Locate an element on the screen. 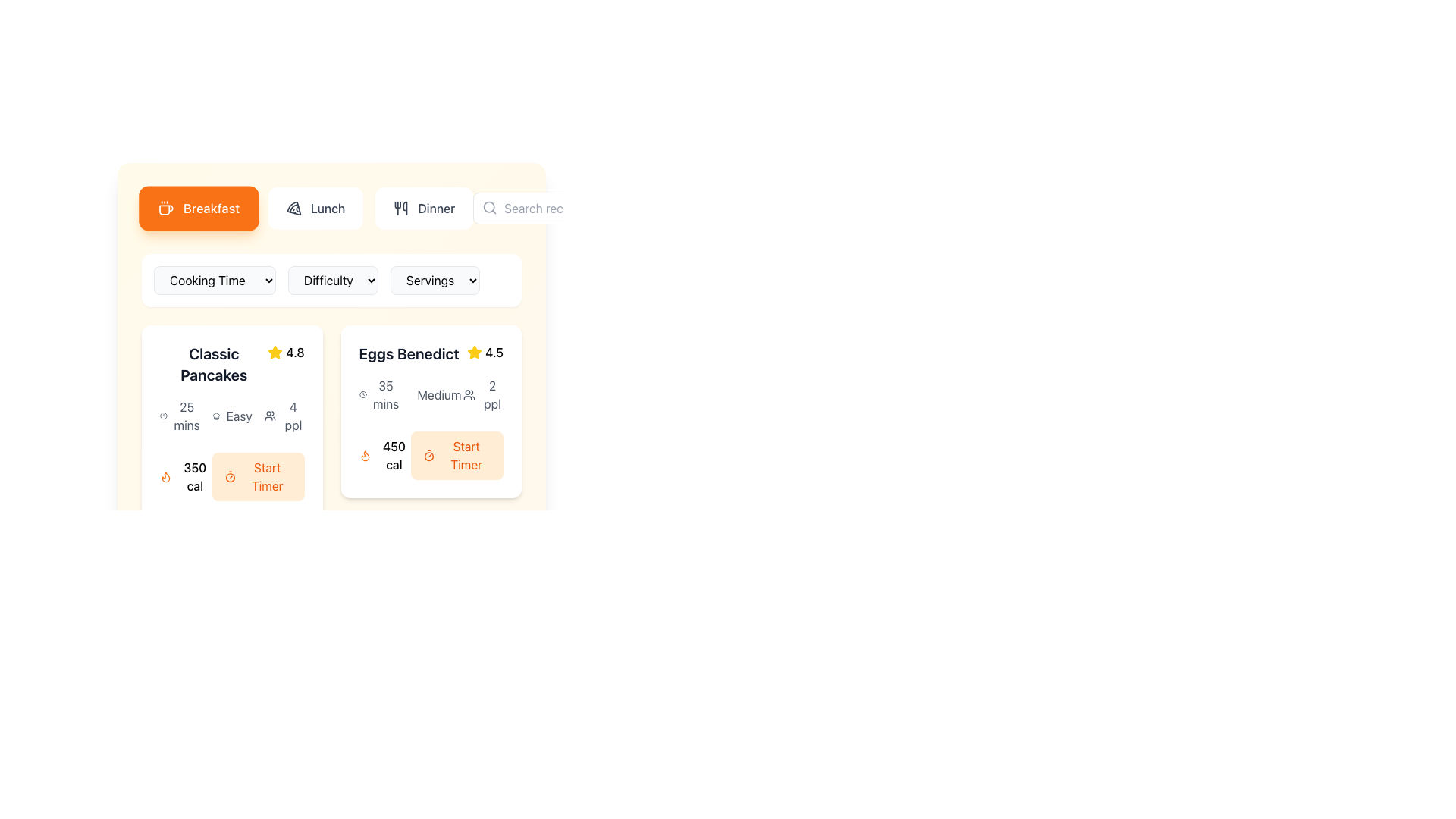 This screenshot has width=1456, height=819. the Text with icon element displaying '450 cal' next to the flame icon, located in the bottom-left corner of the Eggs Benedict card is located at coordinates (384, 455).